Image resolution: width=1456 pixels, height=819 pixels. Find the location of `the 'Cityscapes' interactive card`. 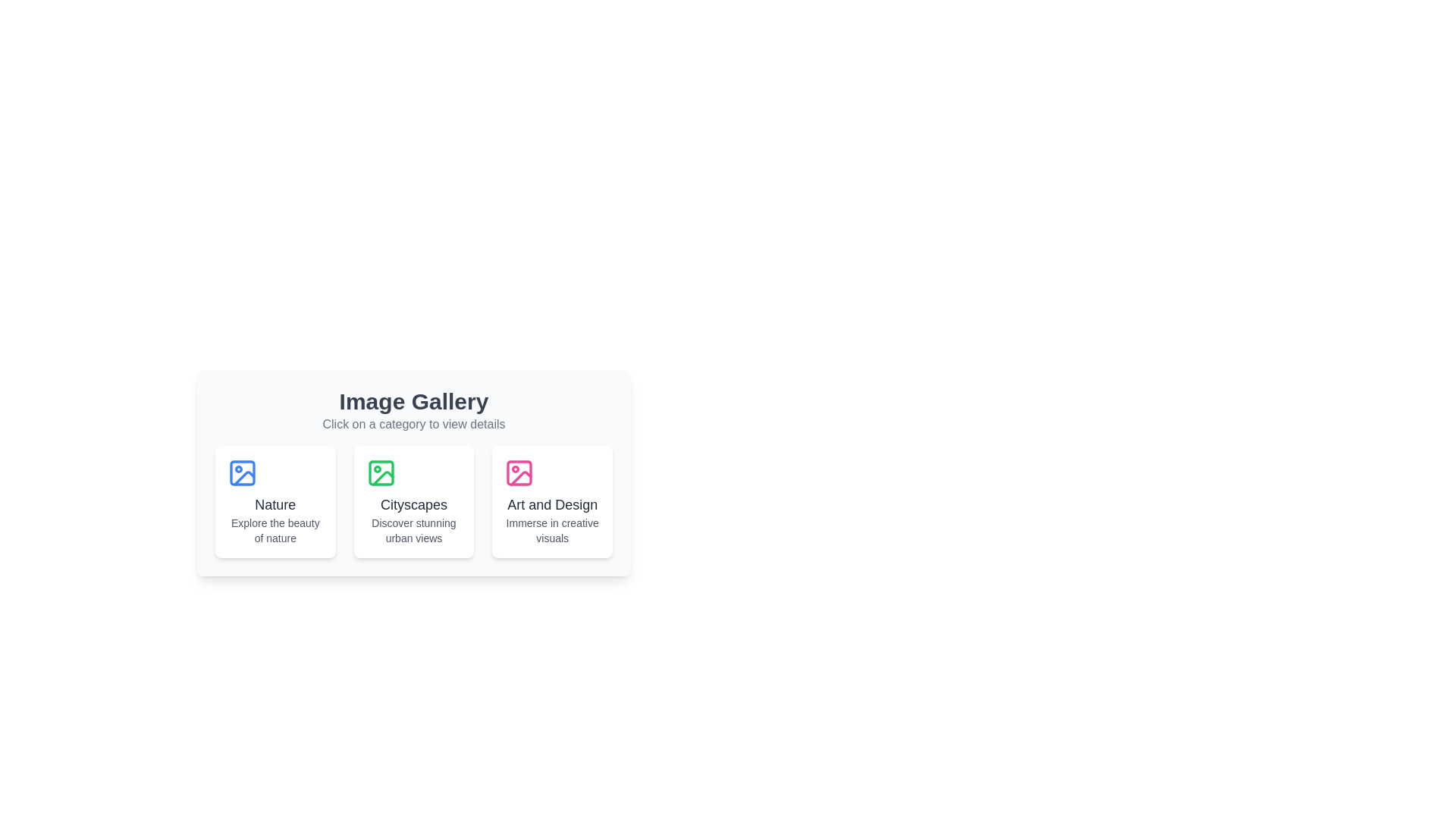

the 'Cityscapes' interactive card is located at coordinates (414, 472).